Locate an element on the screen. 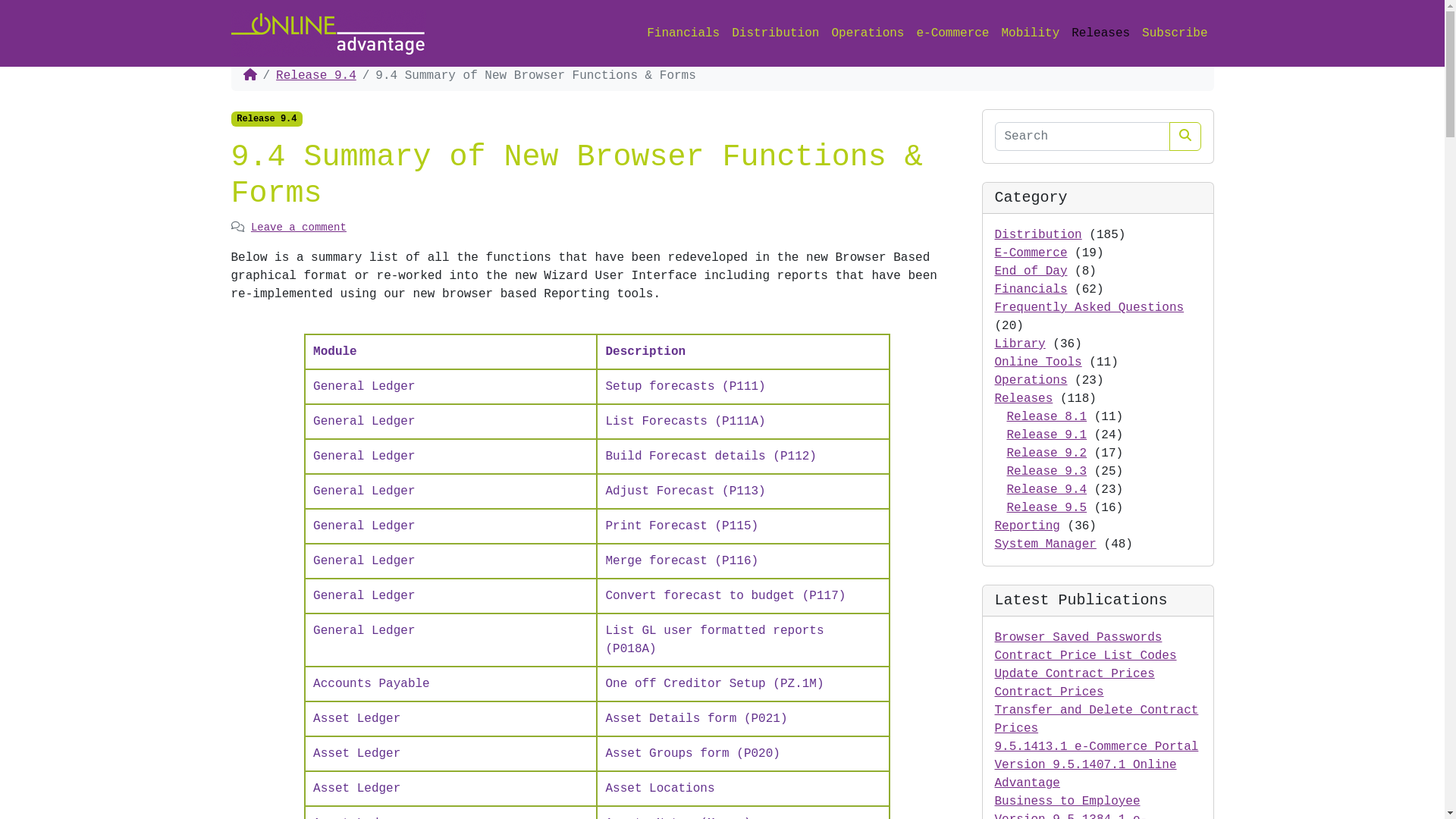 The image size is (1456, 819). 'Reporting' is located at coordinates (994, 526).